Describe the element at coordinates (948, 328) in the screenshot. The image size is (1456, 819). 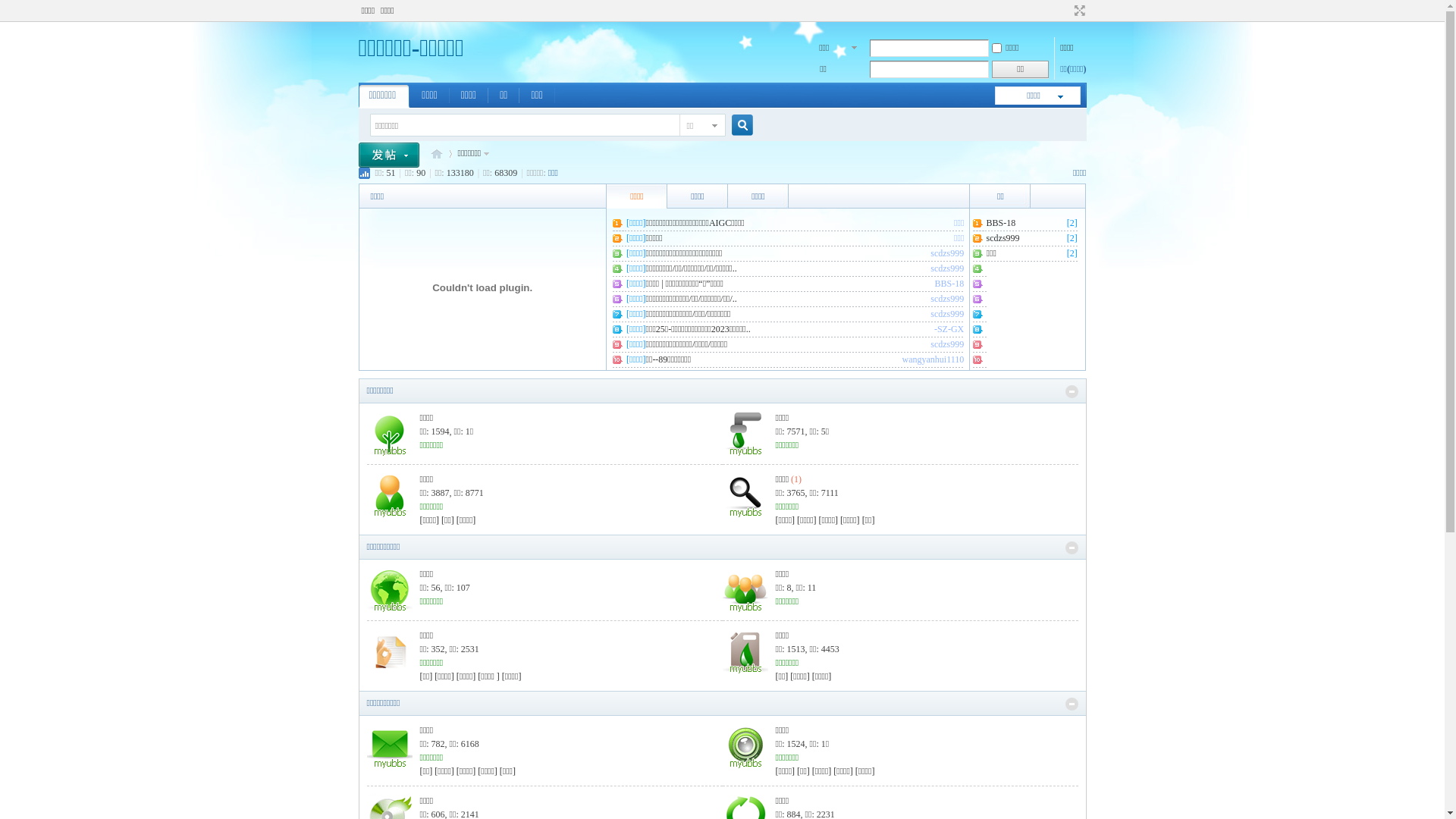
I see `'-SZ-GX'` at that location.